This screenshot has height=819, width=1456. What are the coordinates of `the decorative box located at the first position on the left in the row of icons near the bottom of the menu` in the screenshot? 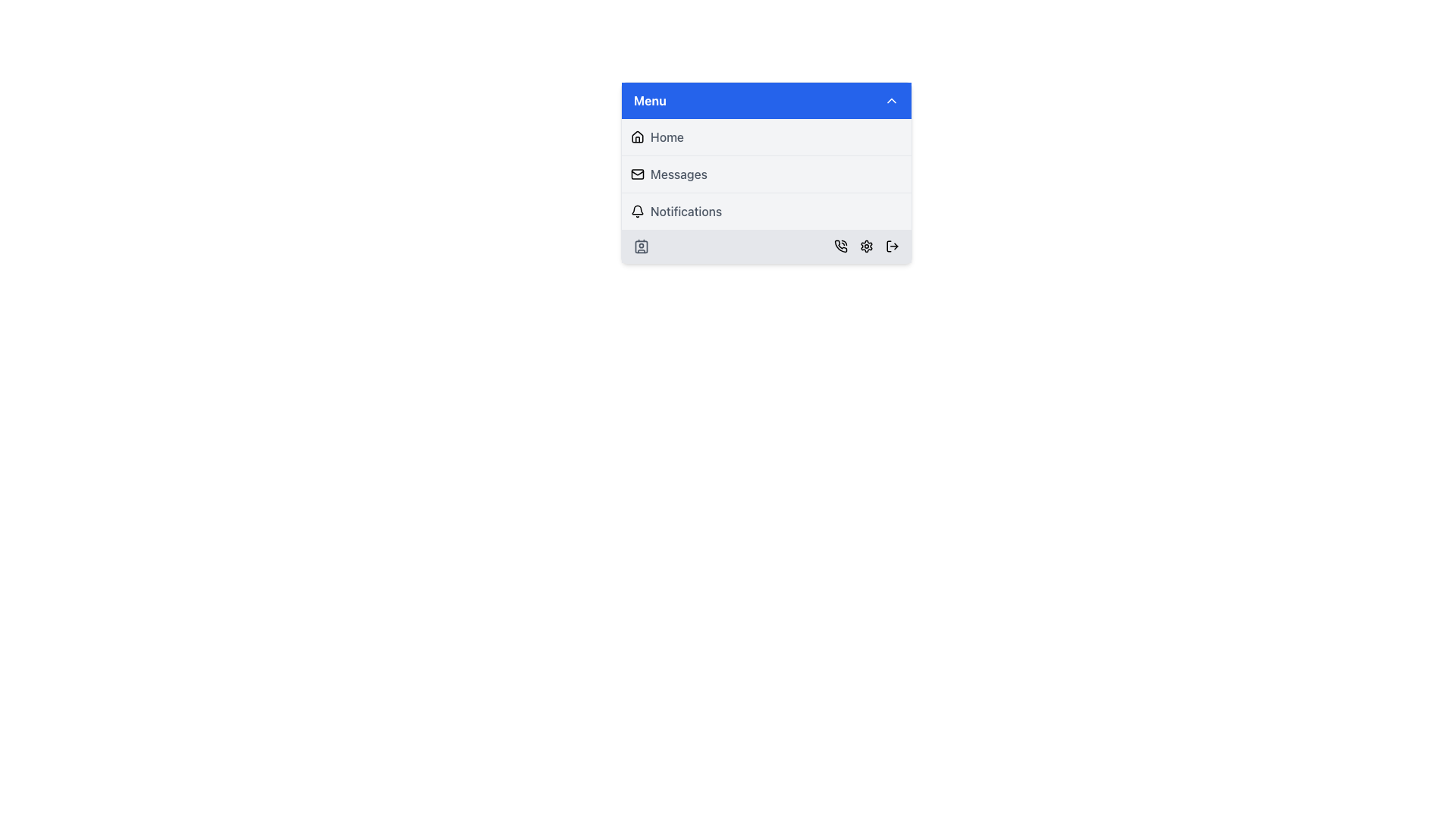 It's located at (641, 245).